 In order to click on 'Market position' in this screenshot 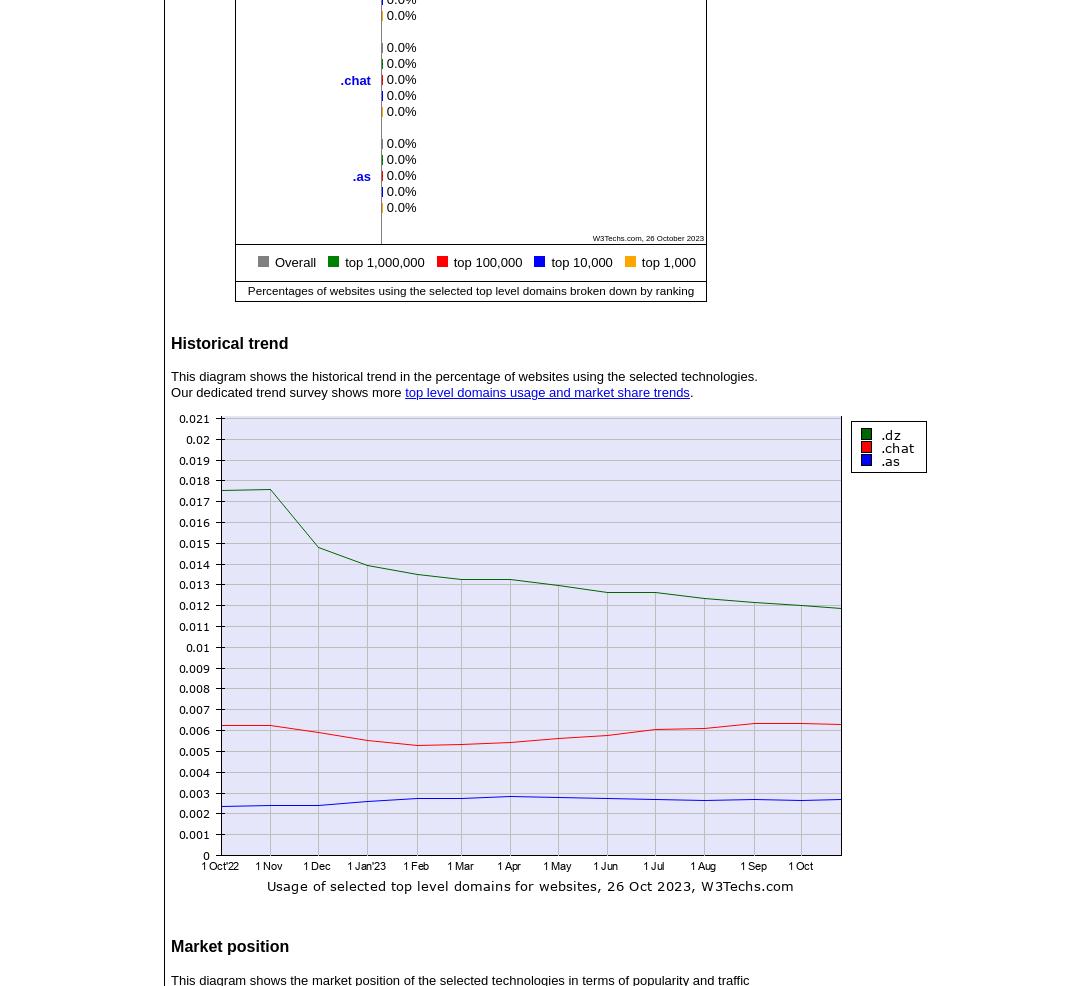, I will do `click(230, 946)`.